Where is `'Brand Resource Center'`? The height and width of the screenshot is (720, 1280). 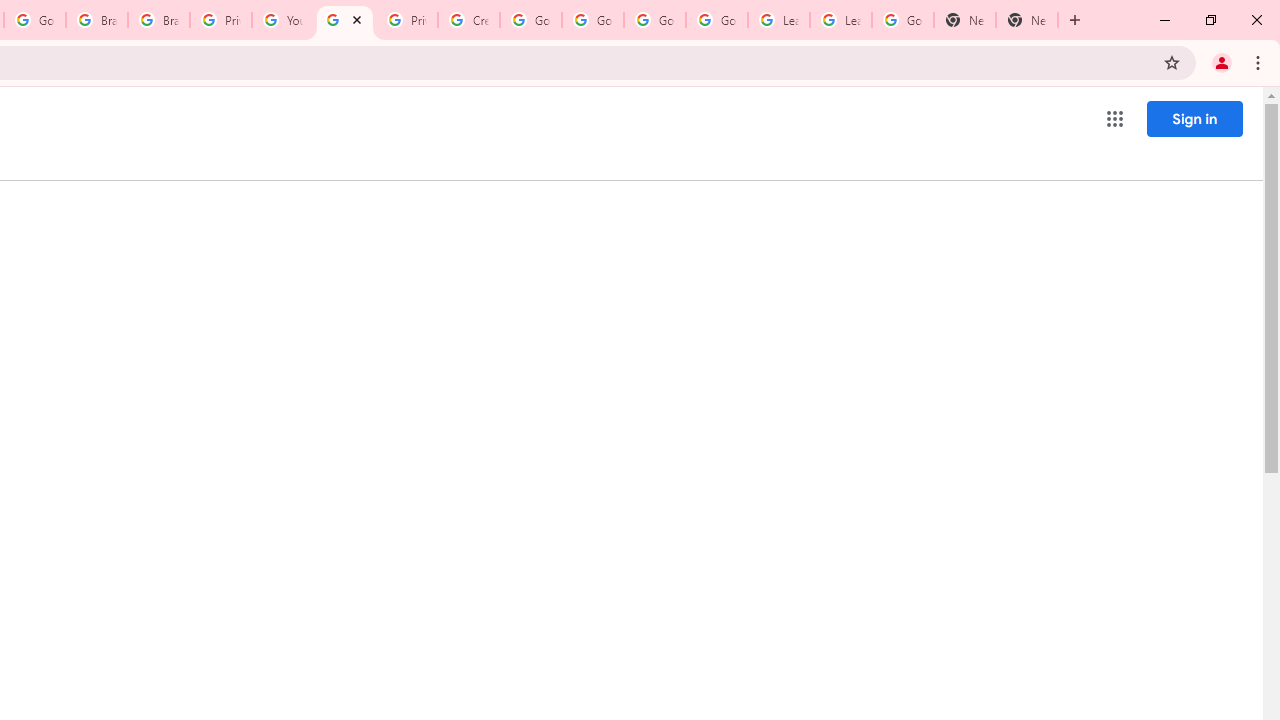
'Brand Resource Center' is located at coordinates (157, 20).